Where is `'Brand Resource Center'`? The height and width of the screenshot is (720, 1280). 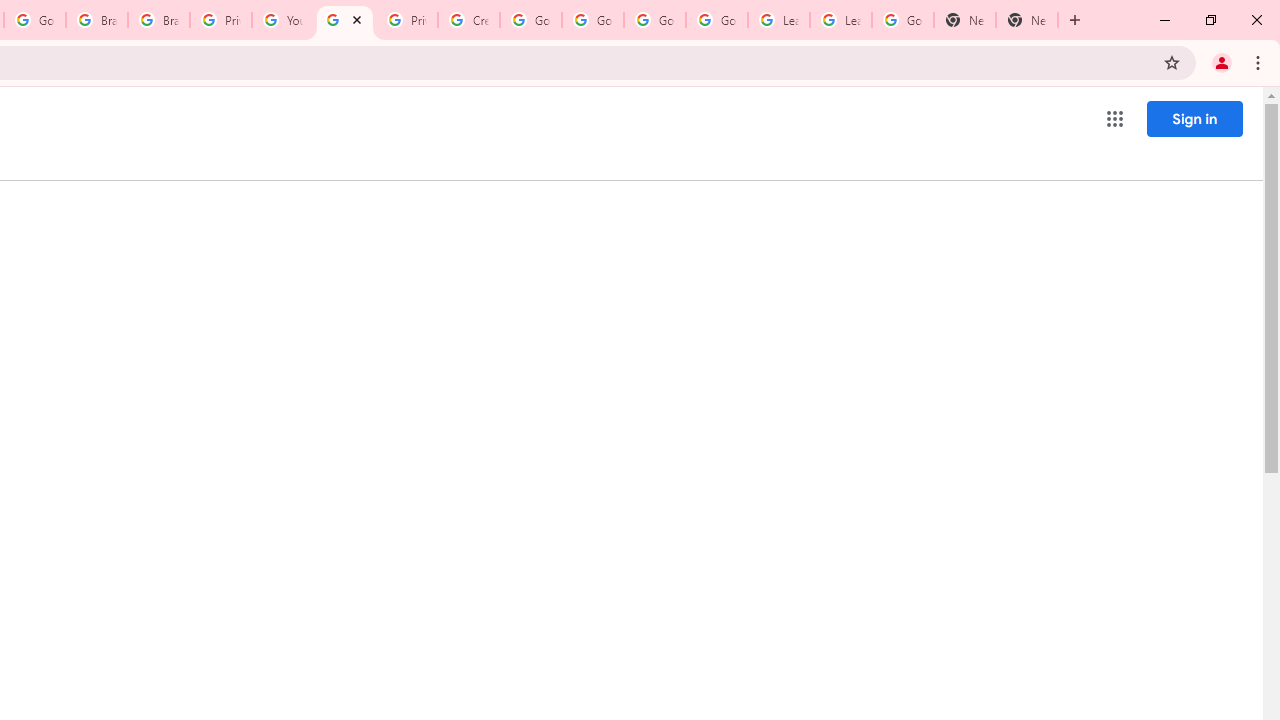
'Brand Resource Center' is located at coordinates (157, 20).